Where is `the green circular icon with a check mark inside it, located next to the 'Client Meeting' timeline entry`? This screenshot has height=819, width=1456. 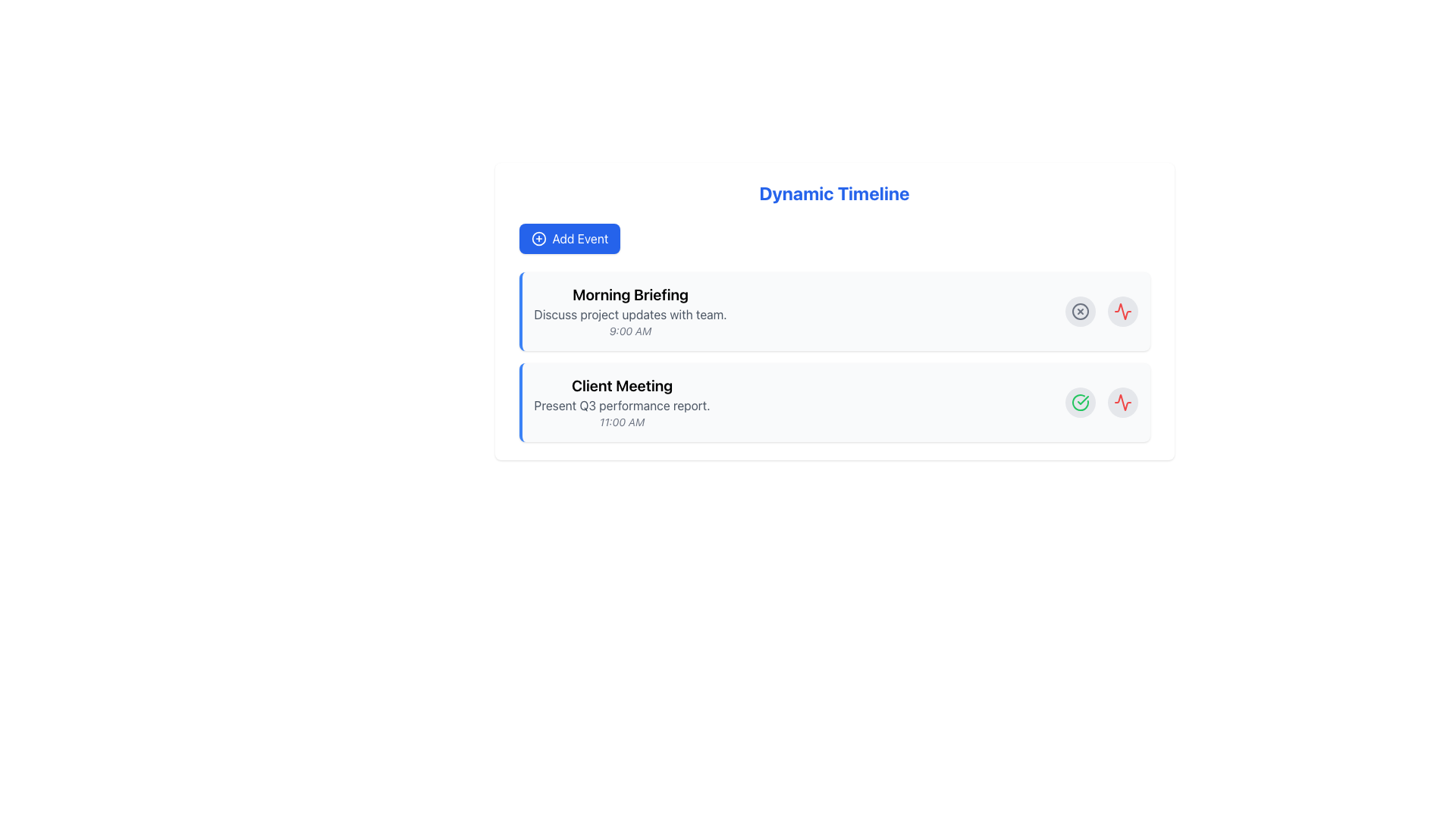 the green circular icon with a check mark inside it, located next to the 'Client Meeting' timeline entry is located at coordinates (1079, 402).